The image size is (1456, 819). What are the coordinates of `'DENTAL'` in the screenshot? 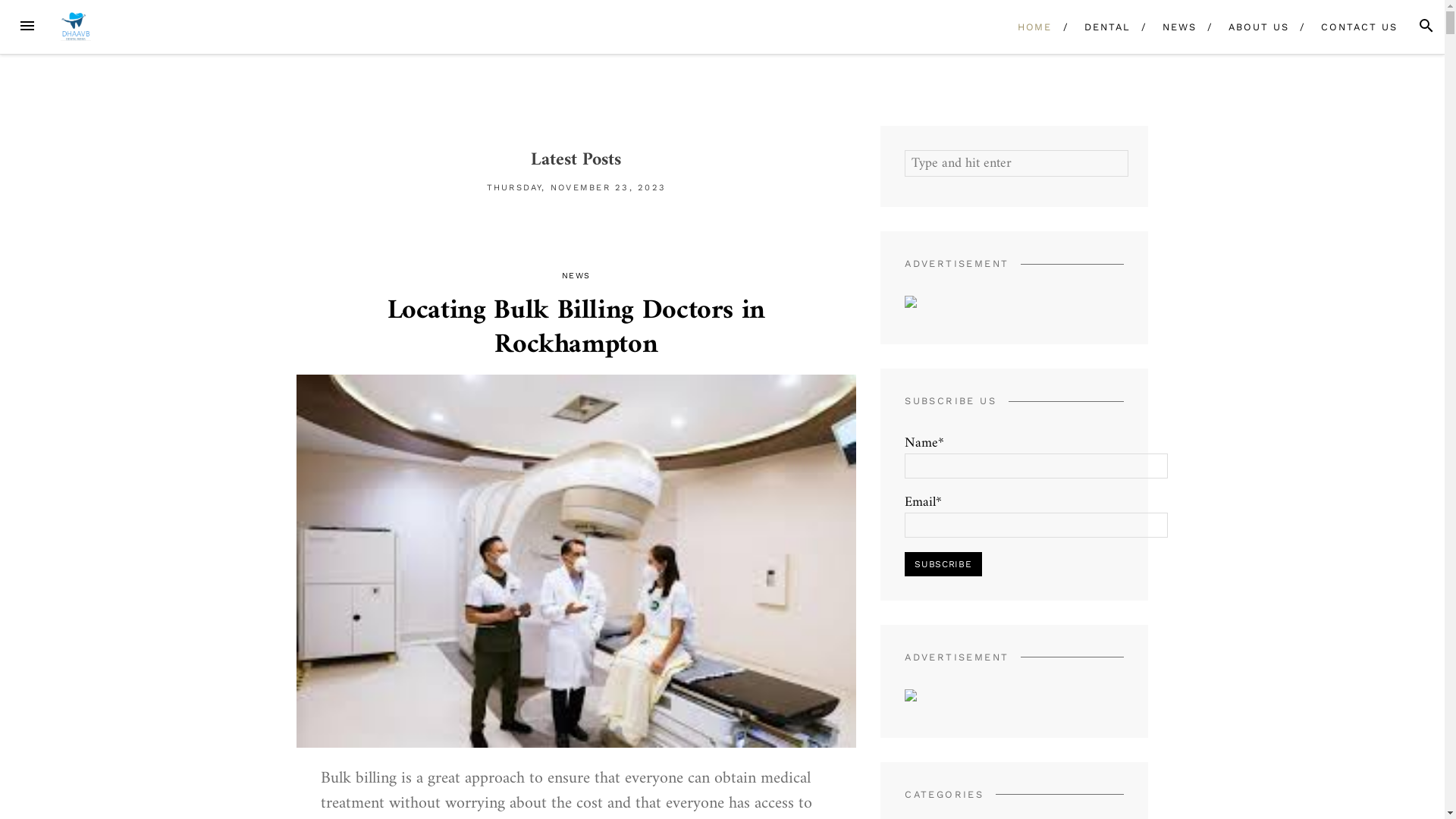 It's located at (1073, 27).